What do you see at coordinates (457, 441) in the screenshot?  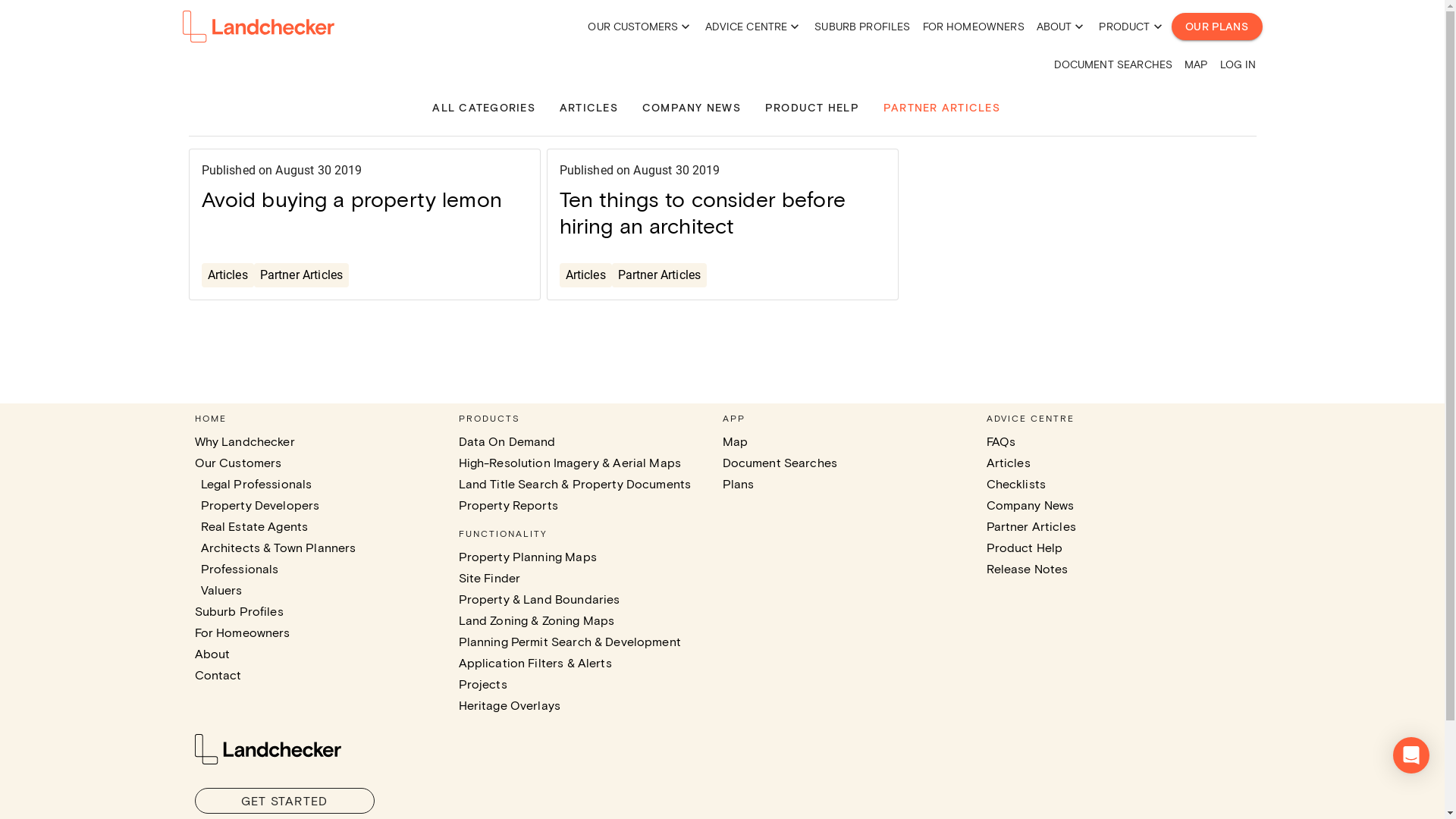 I see `'Data On Demand'` at bounding box center [457, 441].